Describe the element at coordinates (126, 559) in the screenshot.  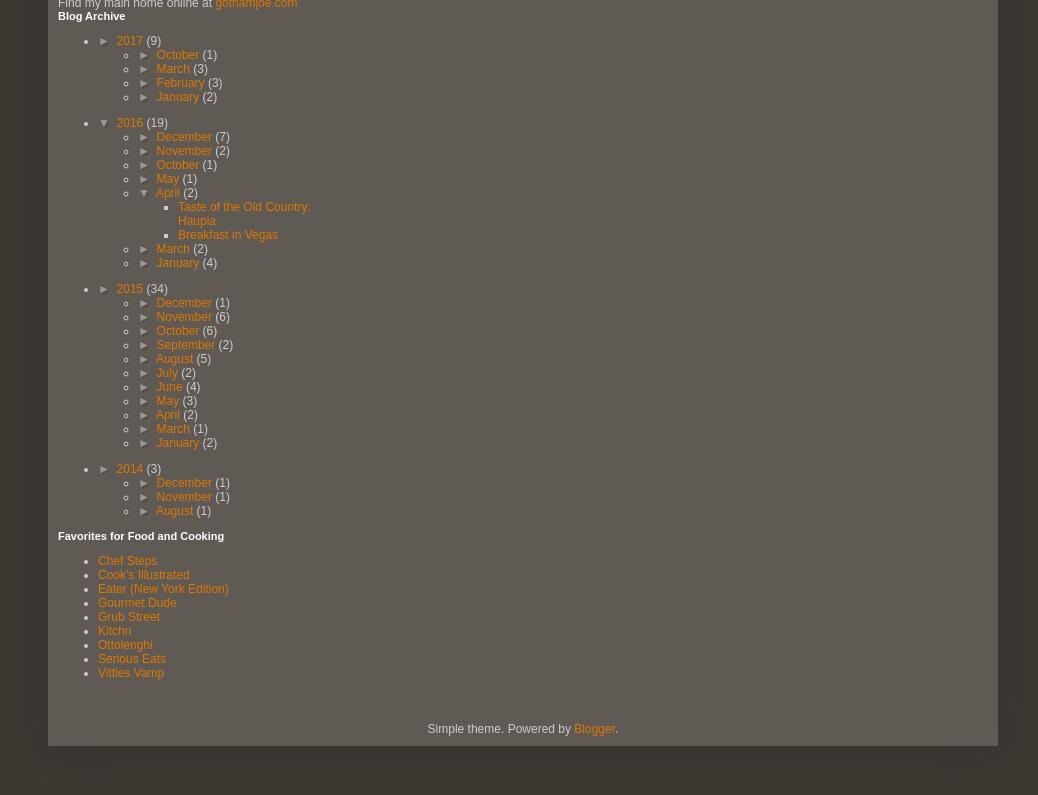
I see `'Chef Steps'` at that location.